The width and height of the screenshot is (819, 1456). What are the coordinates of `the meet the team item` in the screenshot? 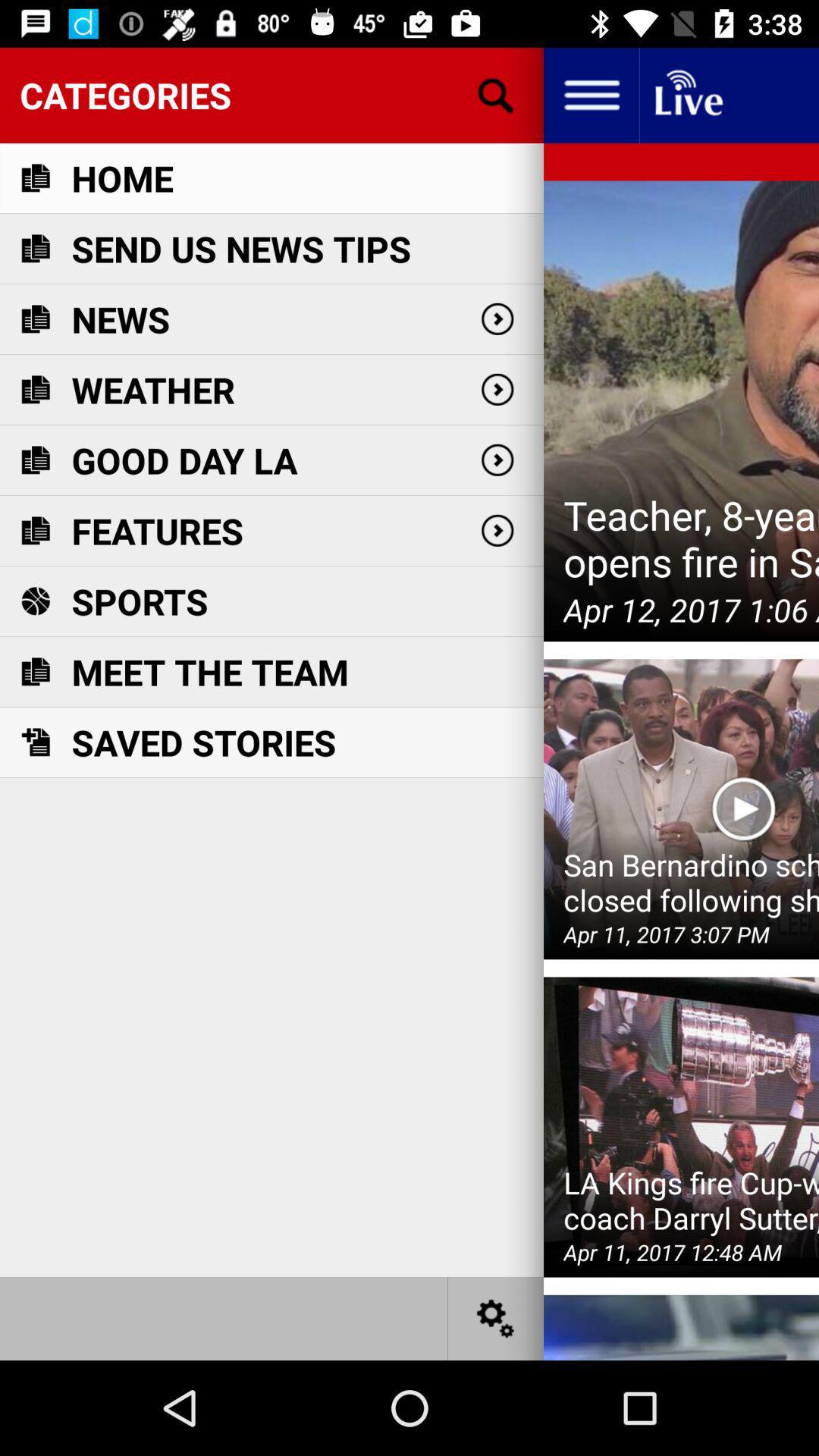 It's located at (210, 671).